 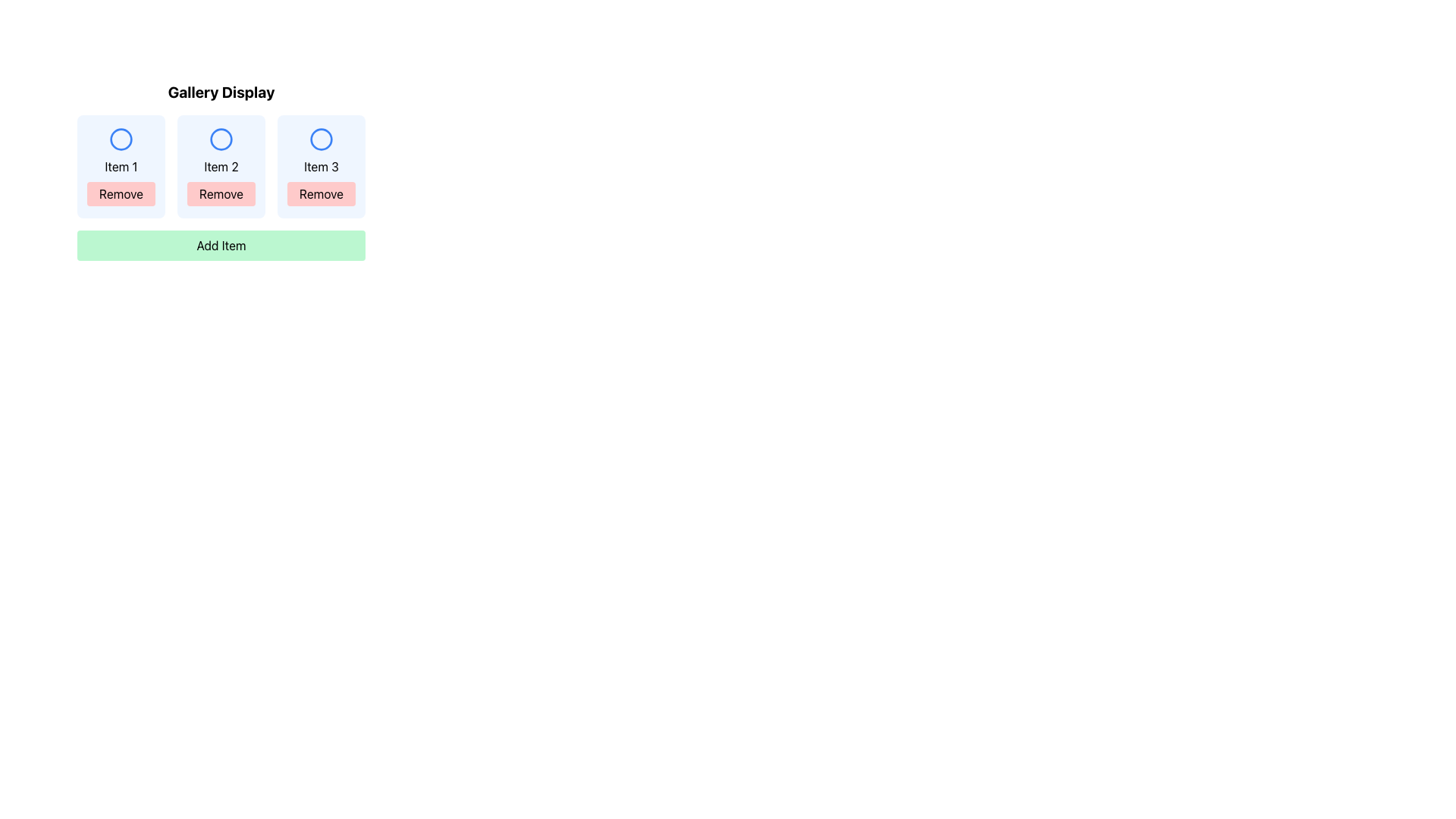 I want to click on the delete button located in the bottom section of the third card from the left, so click(x=320, y=193).